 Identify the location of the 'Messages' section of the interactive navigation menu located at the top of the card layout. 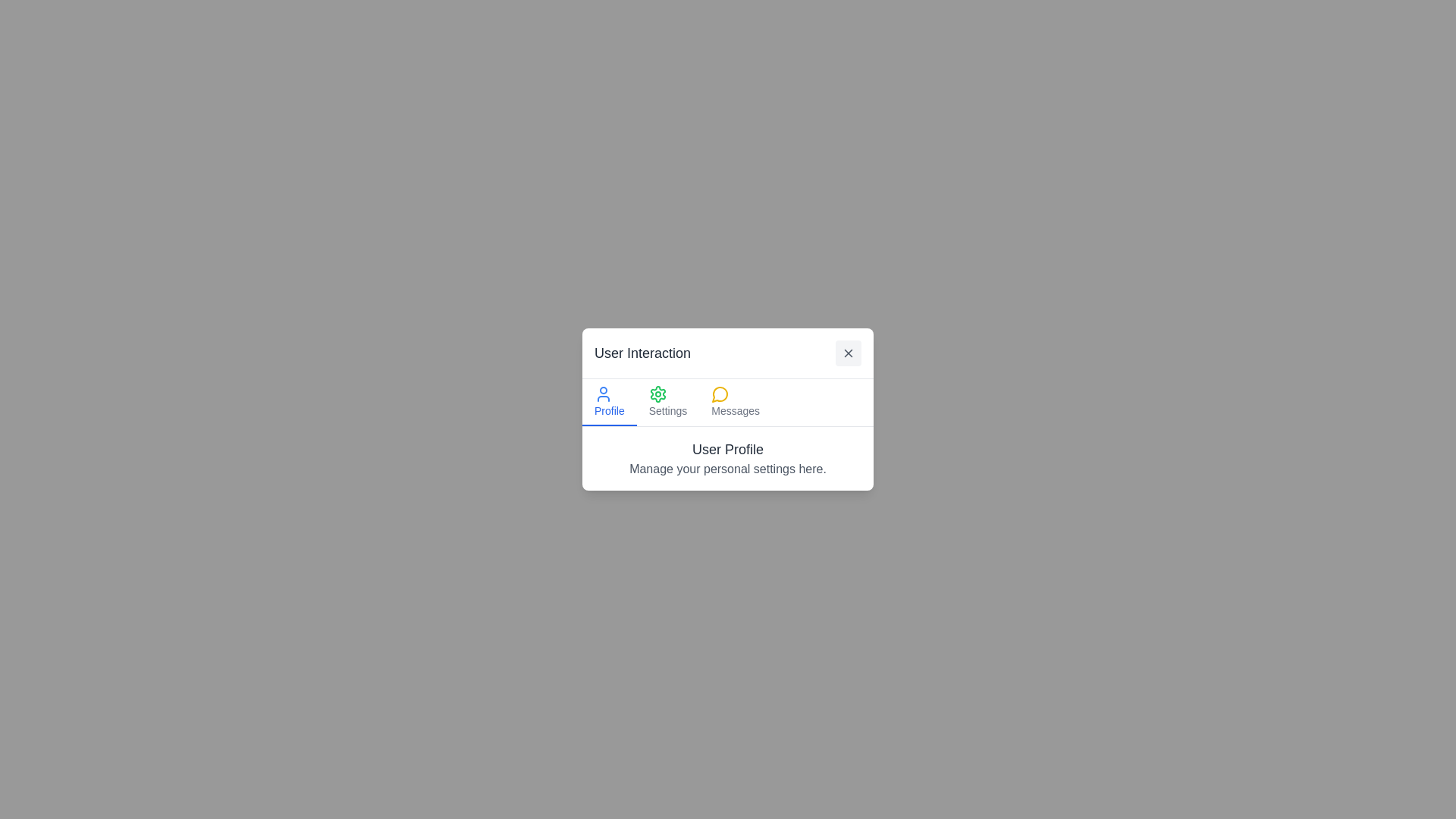
(728, 402).